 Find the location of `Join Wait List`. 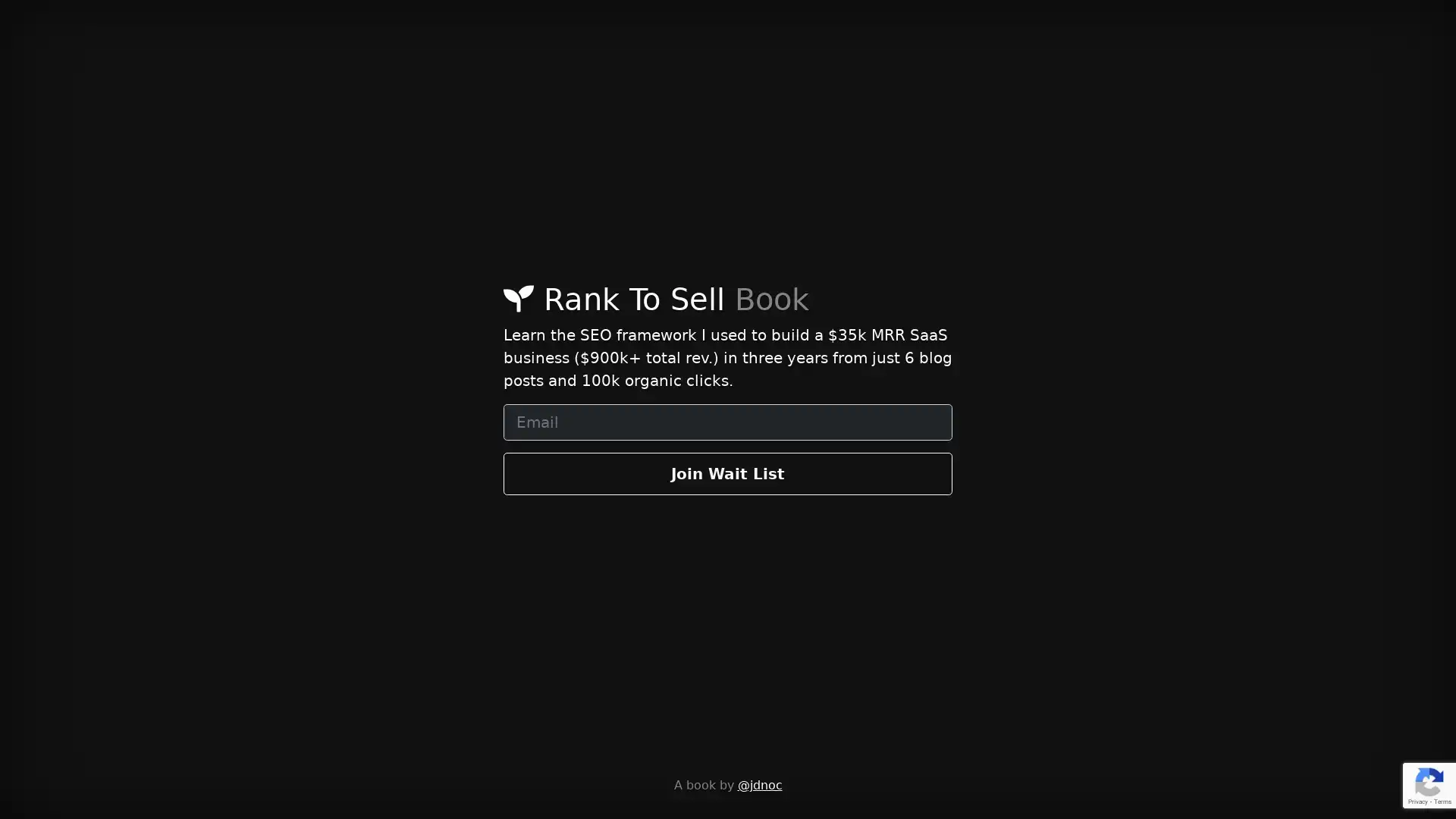

Join Wait List is located at coordinates (728, 472).